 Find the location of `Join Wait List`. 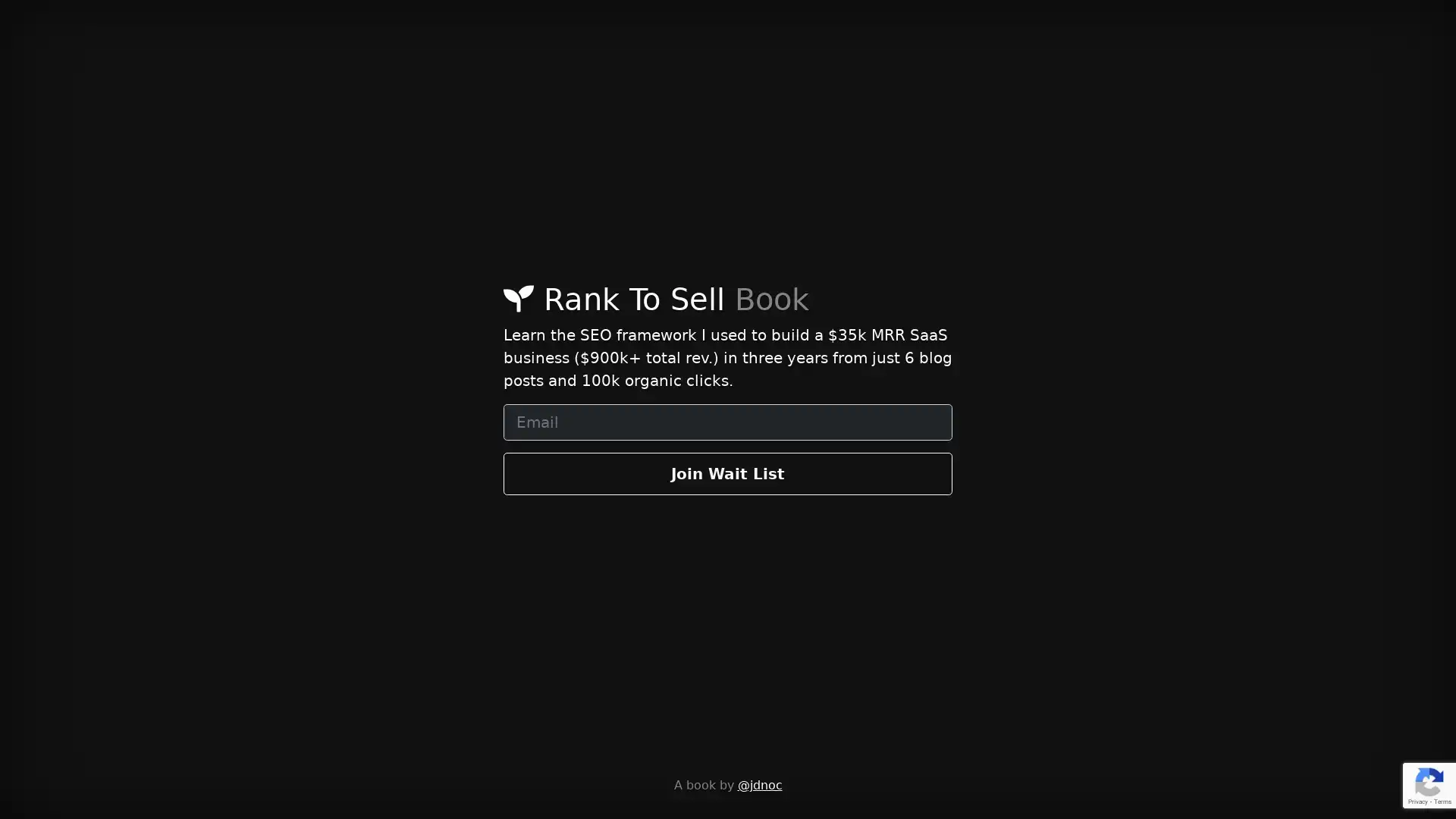

Join Wait List is located at coordinates (728, 472).